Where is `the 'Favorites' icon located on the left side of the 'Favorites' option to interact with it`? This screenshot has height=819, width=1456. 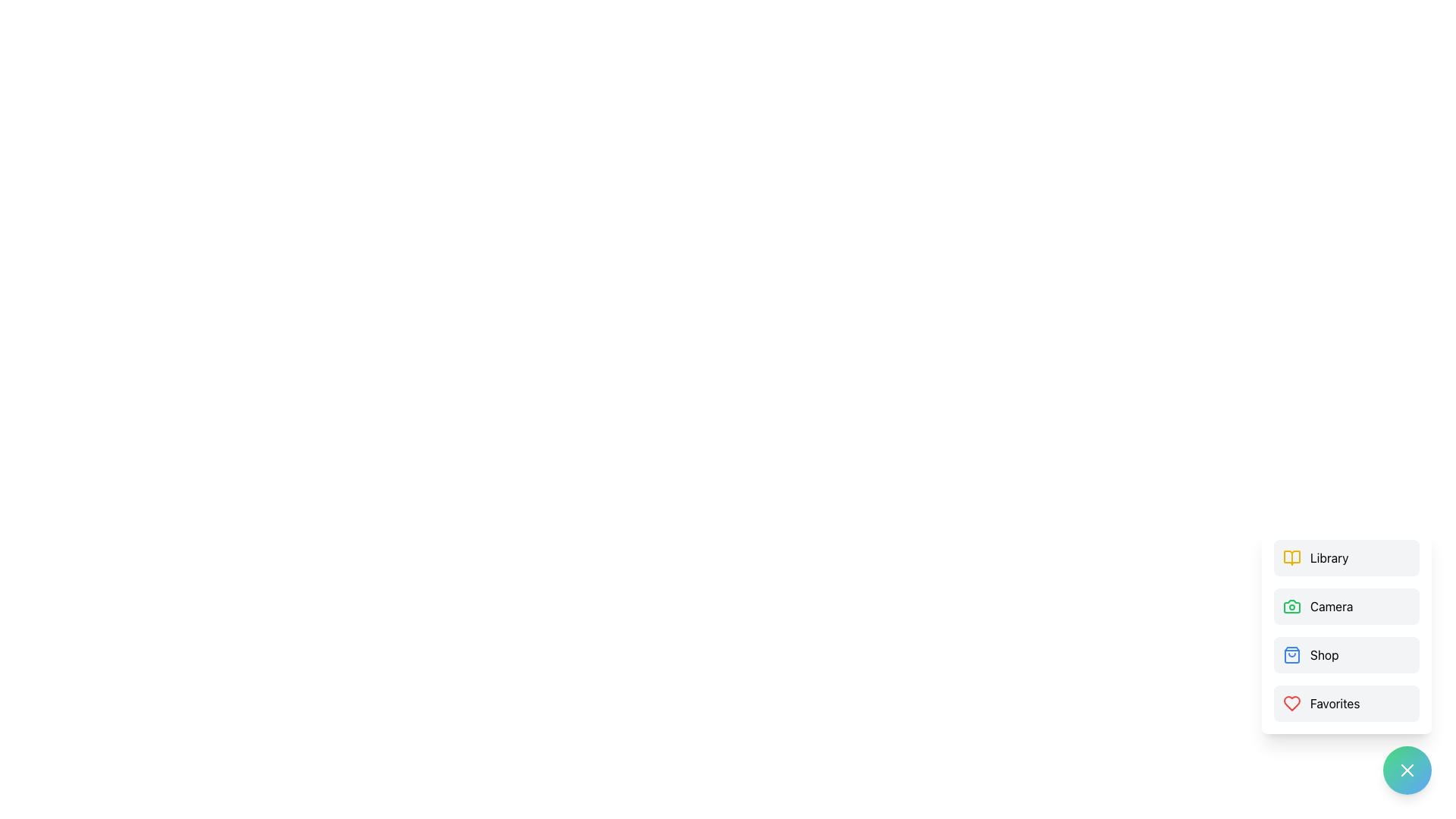
the 'Favorites' icon located on the left side of the 'Favorites' option to interact with it is located at coordinates (1291, 704).